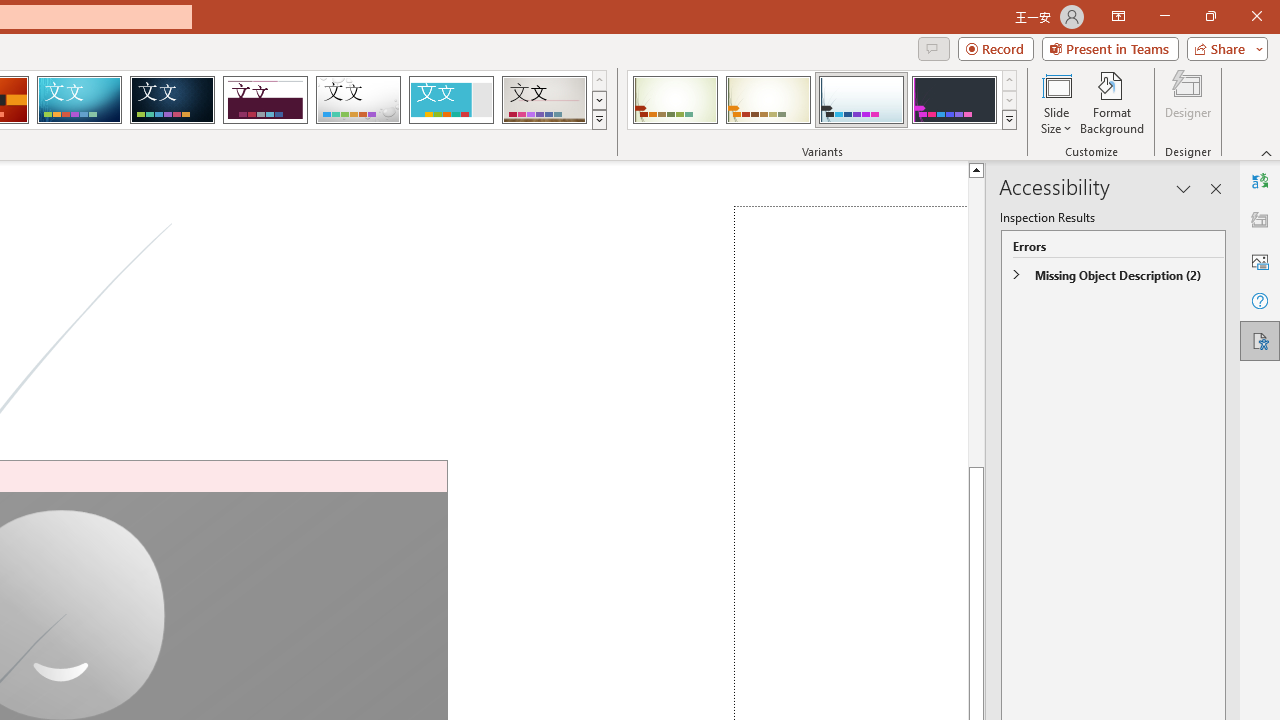 This screenshot has width=1280, height=720. What do you see at coordinates (450, 100) in the screenshot?
I see `'Frame'` at bounding box center [450, 100].